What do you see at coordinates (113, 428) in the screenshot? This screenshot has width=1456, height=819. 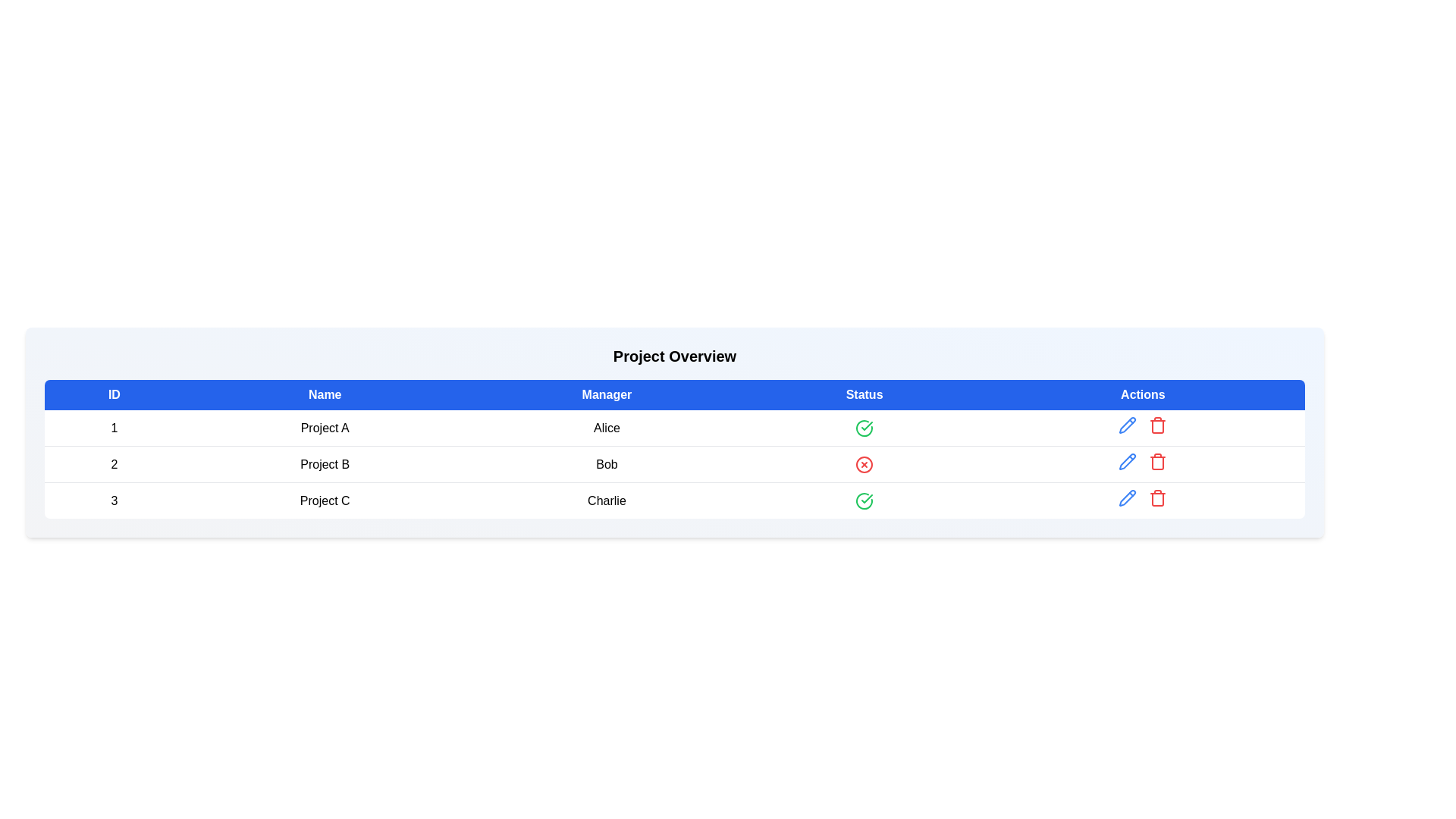 I see `text from the table cell containing the character '1', which is styled with centered text and padding, located in the first row under the 'ID' column` at bounding box center [113, 428].